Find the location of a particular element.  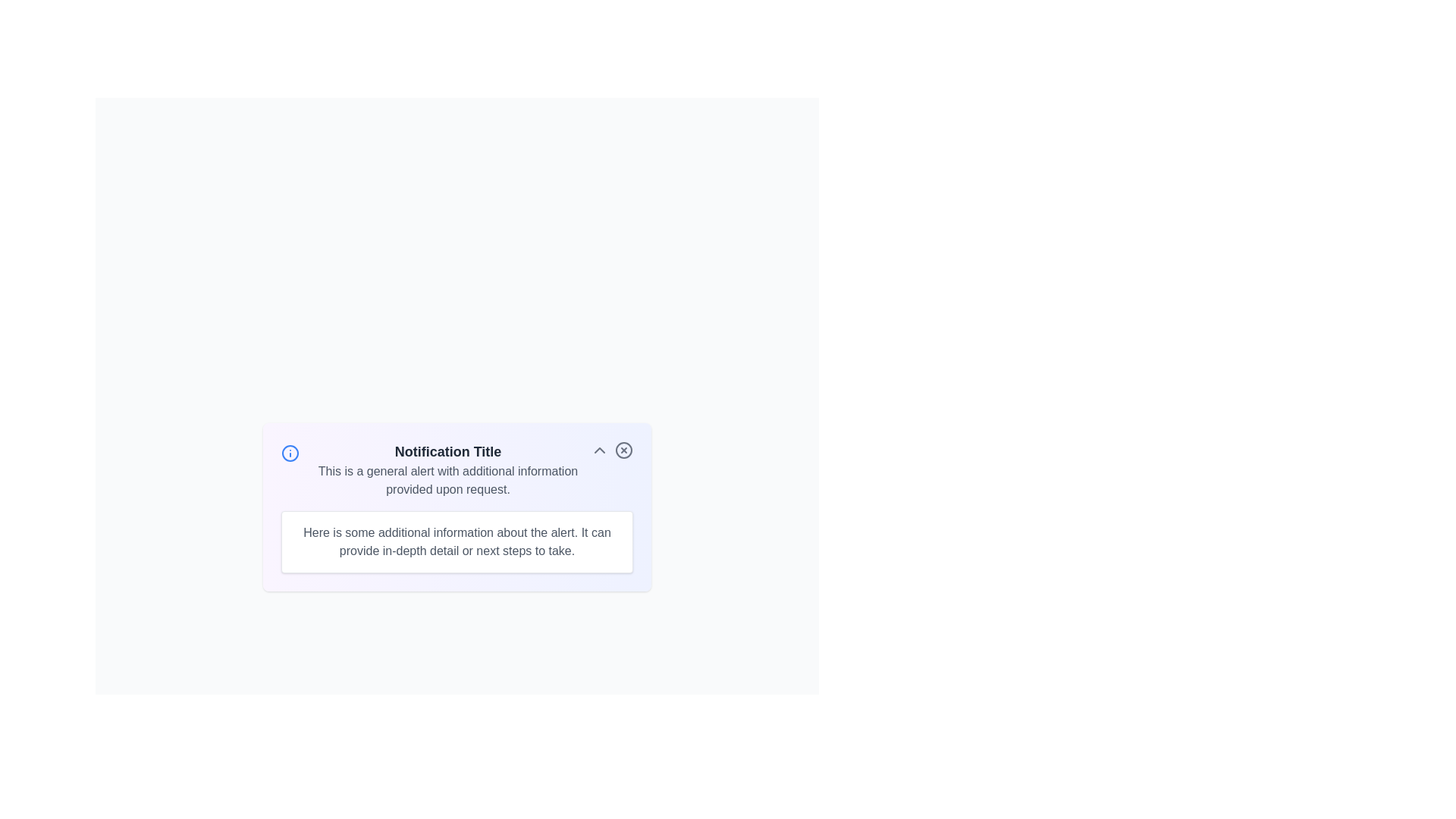

the close button to dismiss the alert is located at coordinates (623, 450).